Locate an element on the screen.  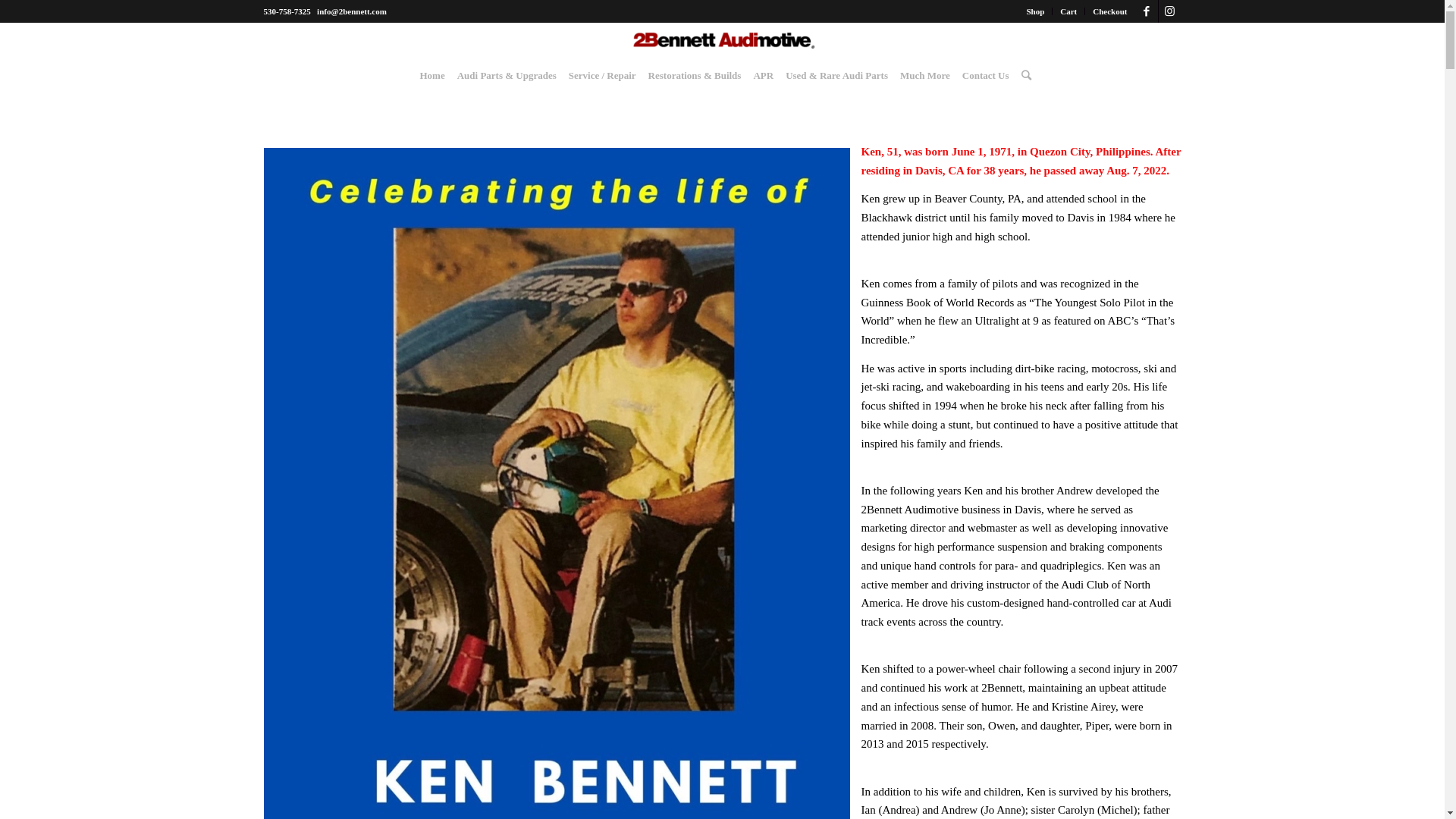
'Audi Parts & Upgrades' is located at coordinates (507, 76).